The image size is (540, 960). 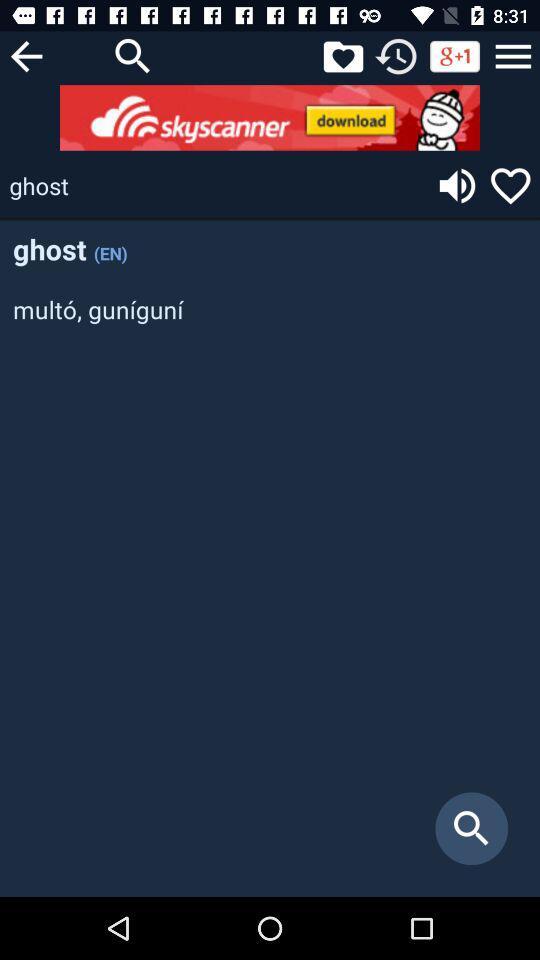 What do you see at coordinates (396, 55) in the screenshot?
I see `the history icon` at bounding box center [396, 55].